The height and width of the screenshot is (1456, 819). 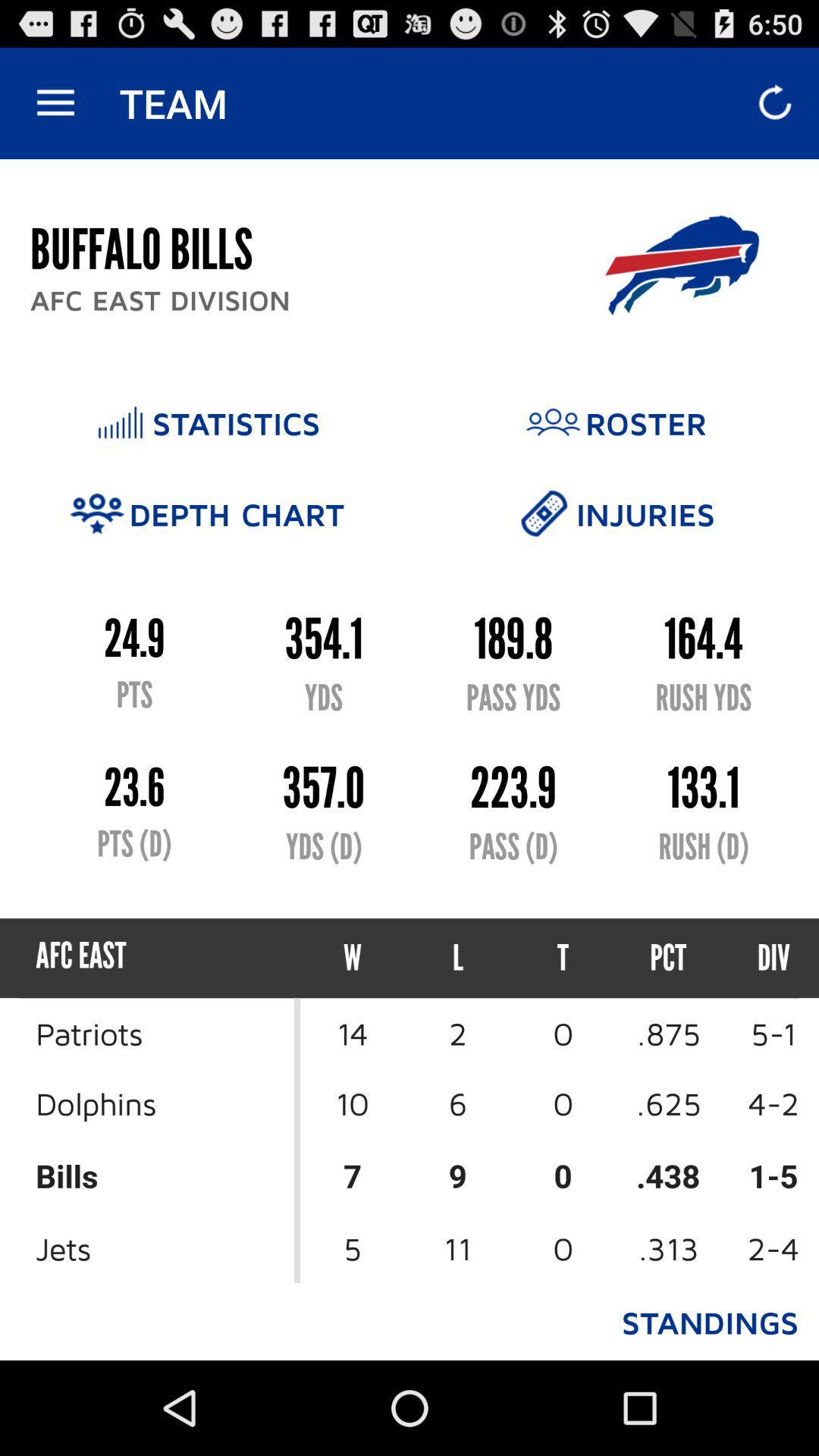 What do you see at coordinates (760, 957) in the screenshot?
I see `icon above .875` at bounding box center [760, 957].